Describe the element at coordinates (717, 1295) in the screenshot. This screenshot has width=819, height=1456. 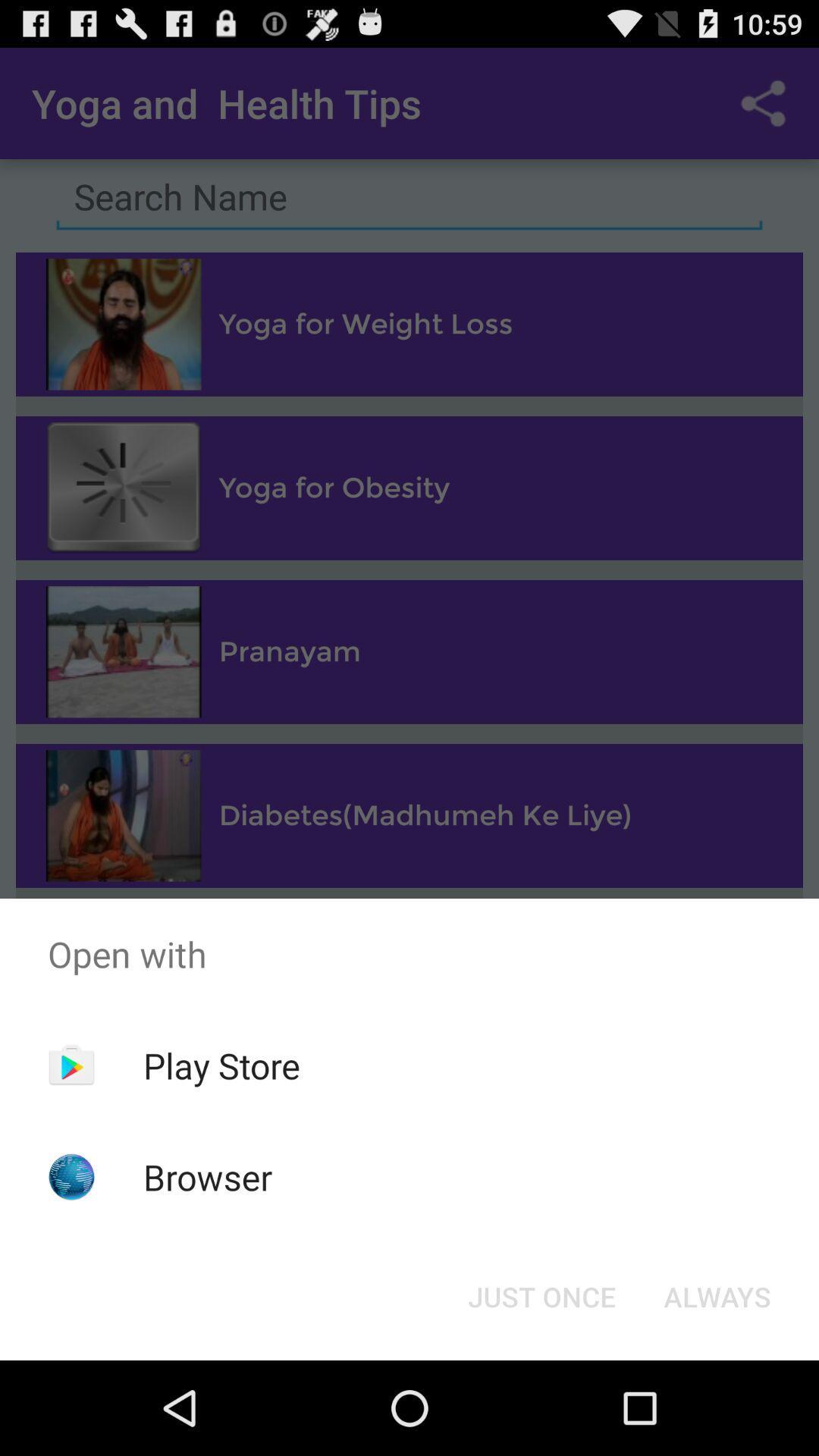
I see `the item below the open with icon` at that location.